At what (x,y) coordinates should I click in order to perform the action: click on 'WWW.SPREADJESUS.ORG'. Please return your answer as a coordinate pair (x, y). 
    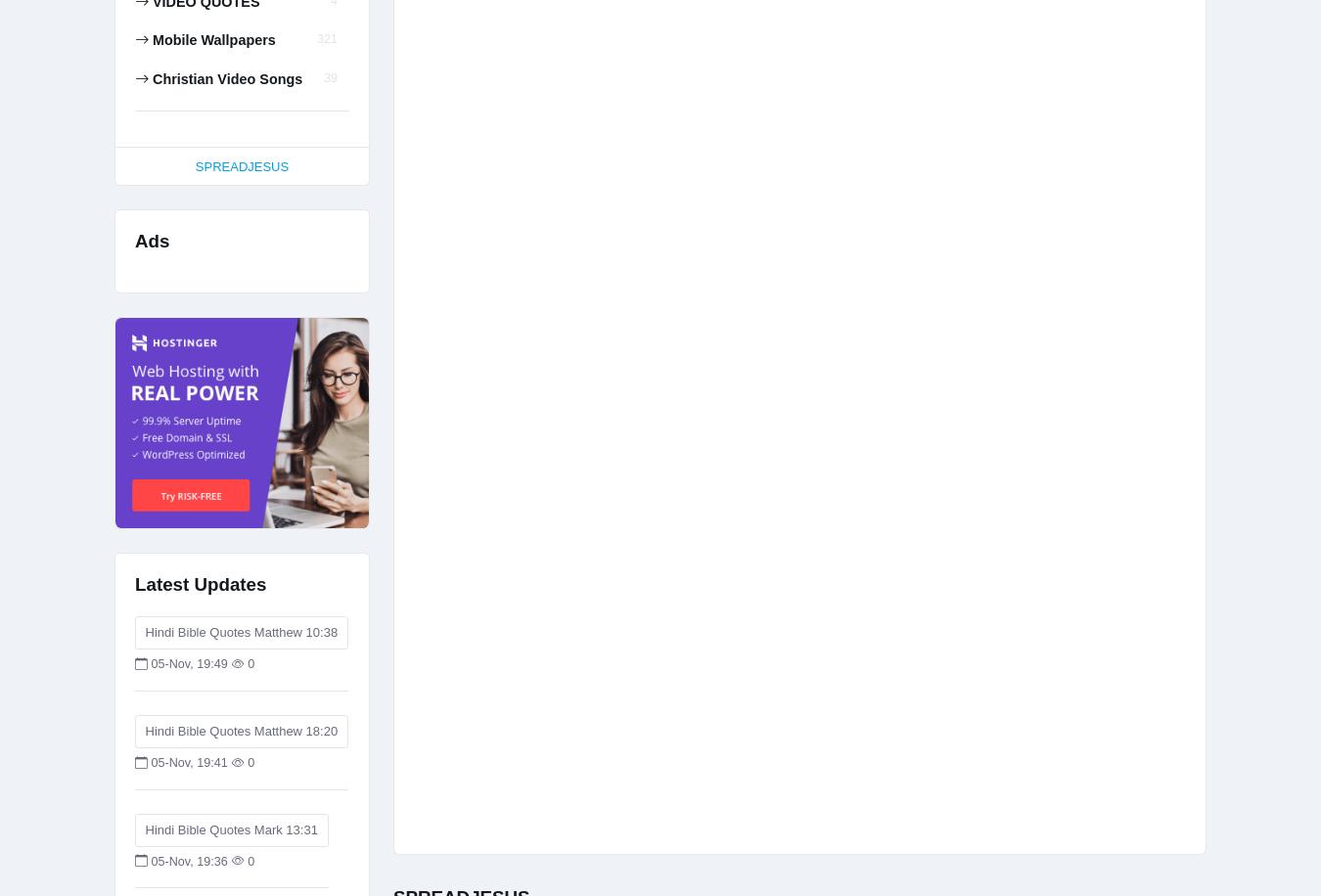
    Looking at the image, I should click on (974, 154).